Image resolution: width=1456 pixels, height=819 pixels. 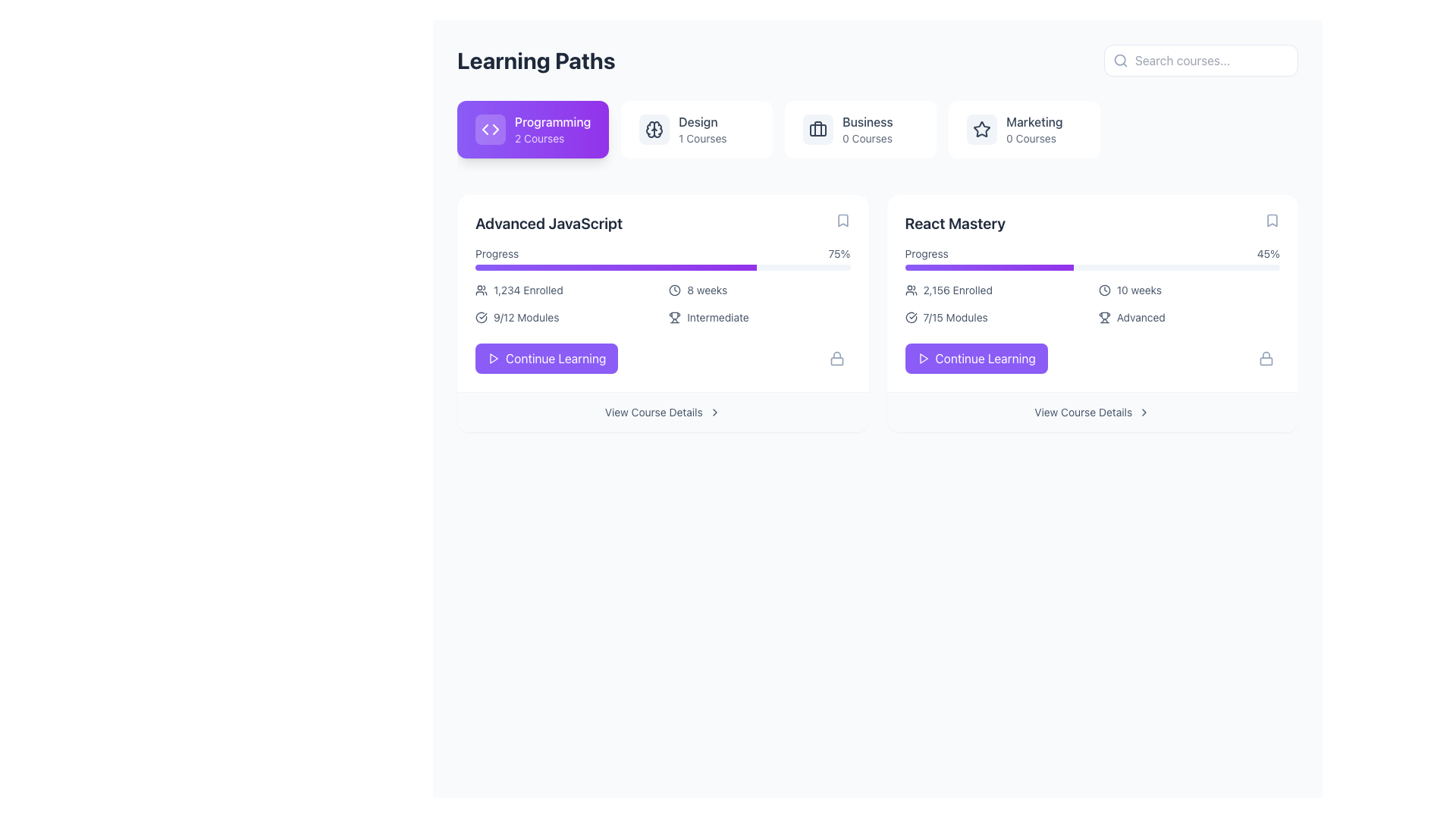 What do you see at coordinates (663, 257) in the screenshot?
I see `the progress bar representing the course progress percentage in the 'Advanced JavaScript' section to visualize the progress percentage` at bounding box center [663, 257].